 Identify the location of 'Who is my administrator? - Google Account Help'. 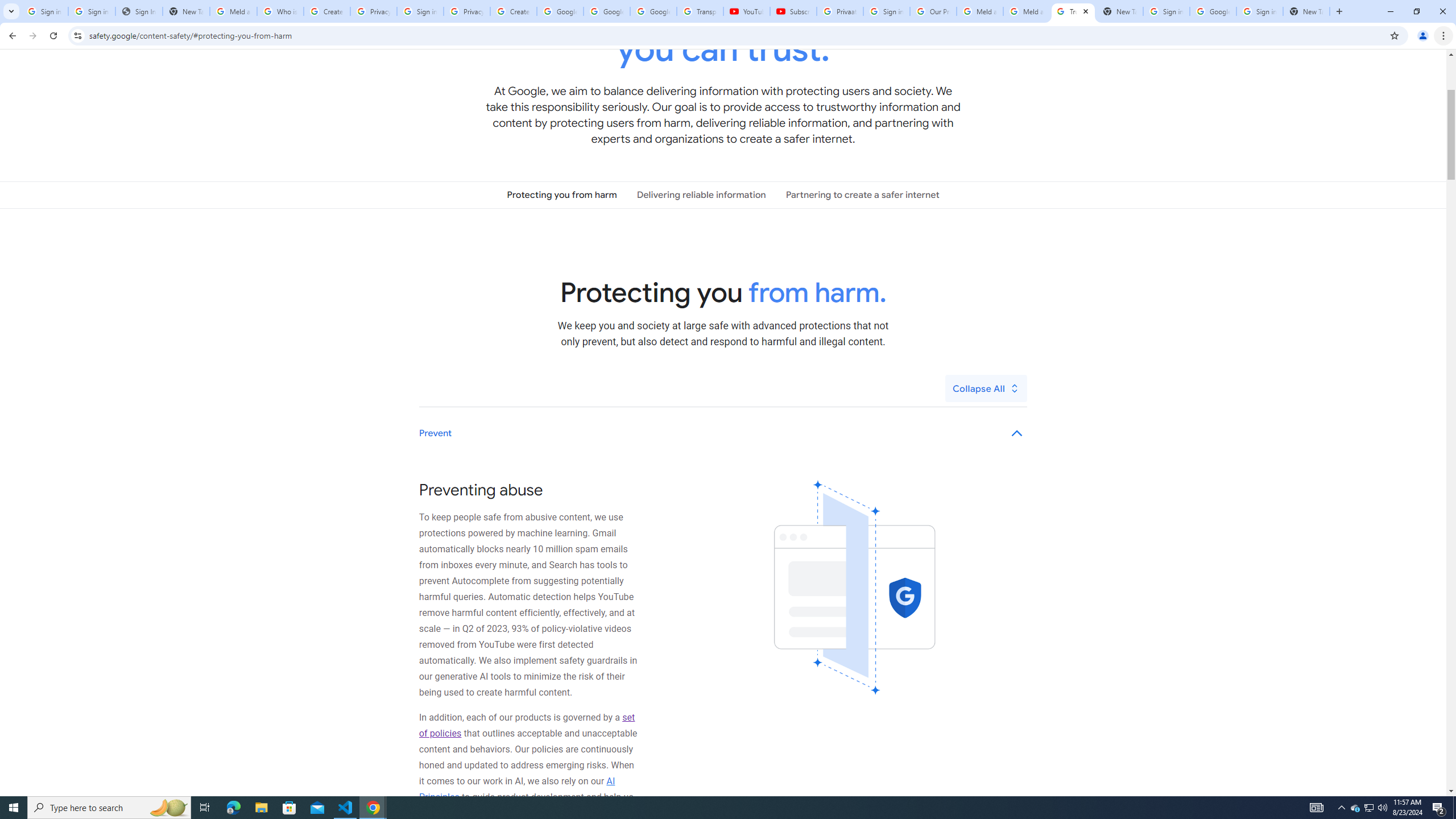
(280, 11).